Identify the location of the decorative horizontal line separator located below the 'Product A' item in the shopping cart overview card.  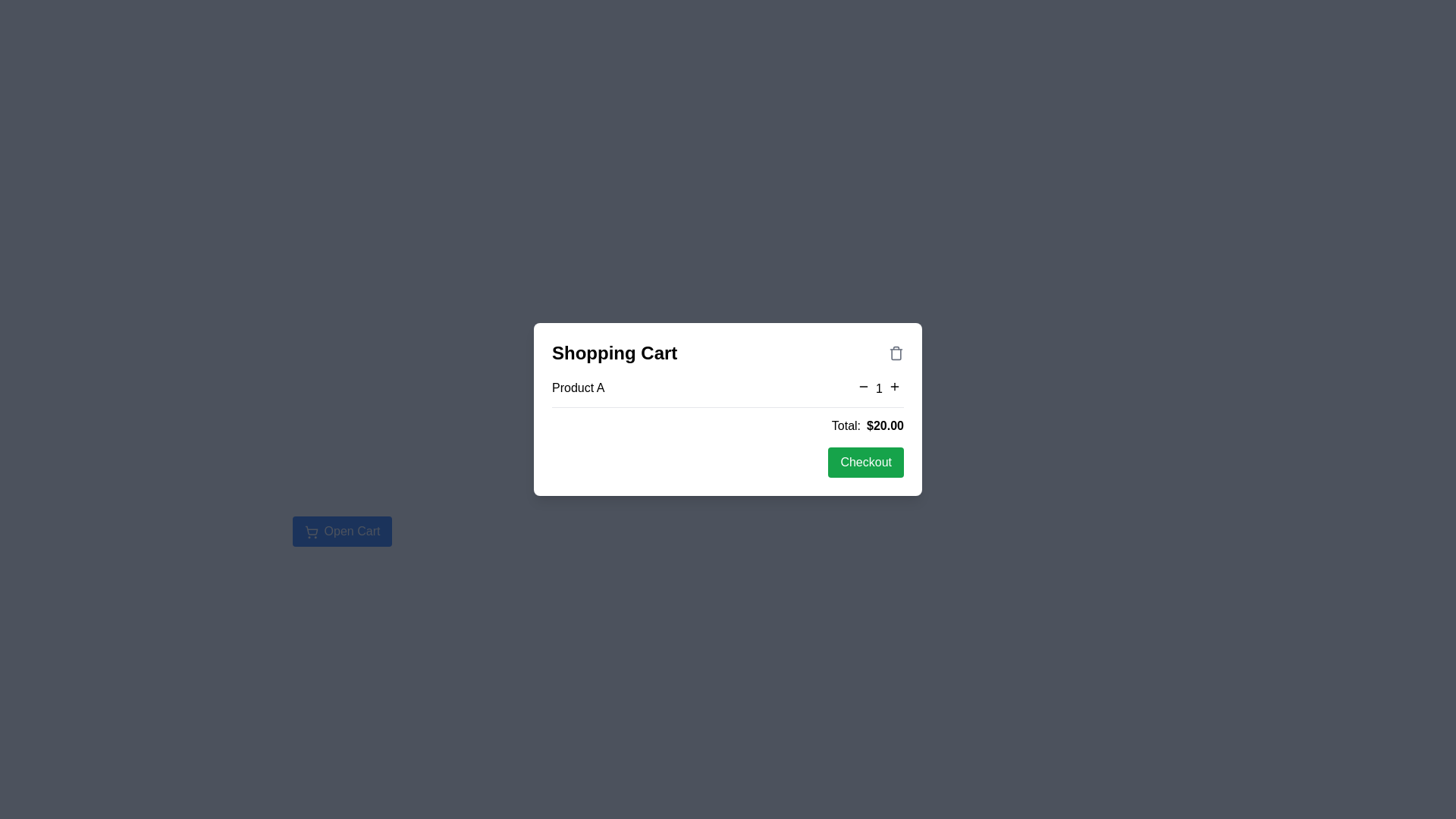
(728, 406).